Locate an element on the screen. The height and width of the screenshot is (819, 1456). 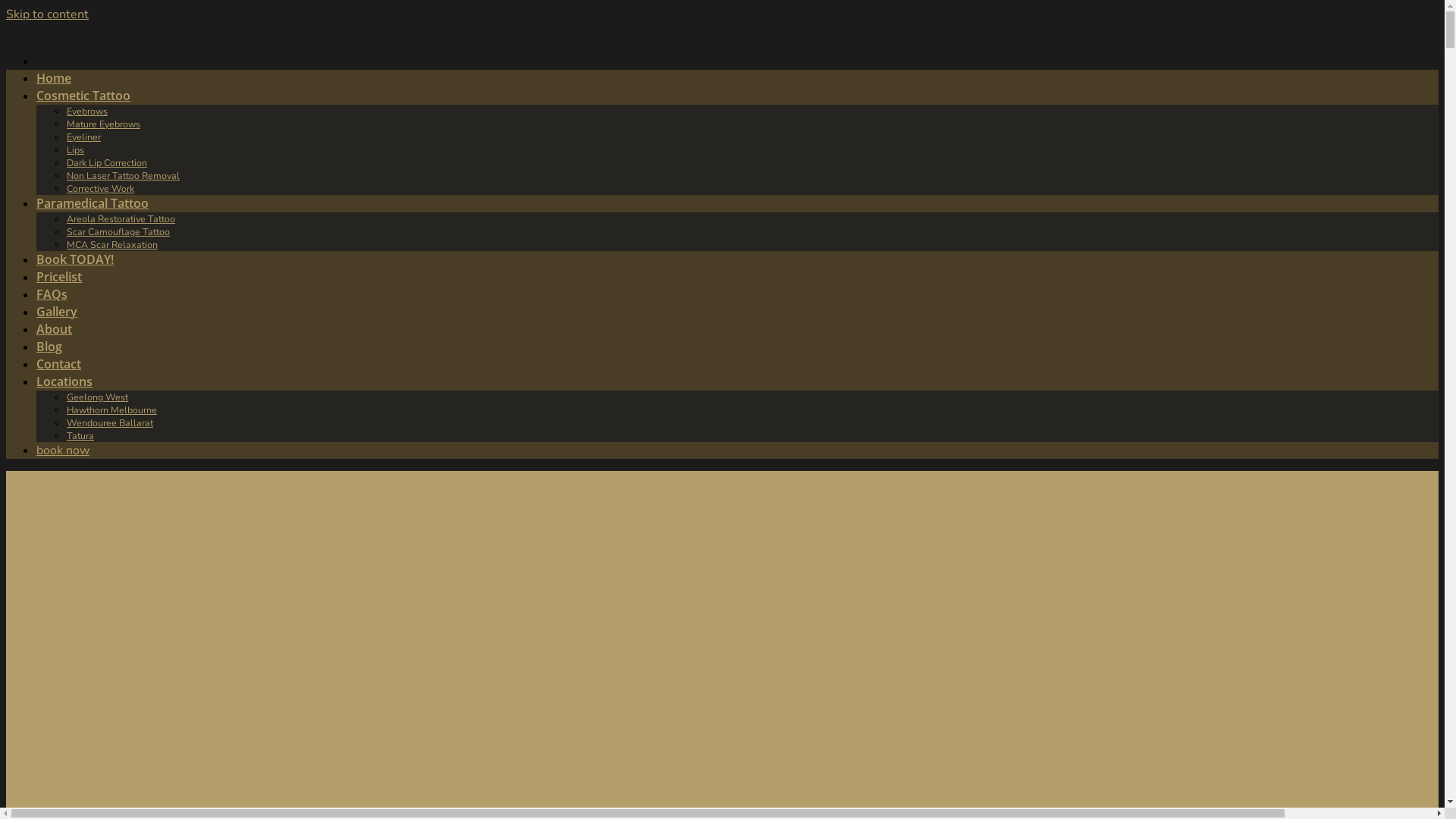
'Wendouree Ballarat' is located at coordinates (108, 422).